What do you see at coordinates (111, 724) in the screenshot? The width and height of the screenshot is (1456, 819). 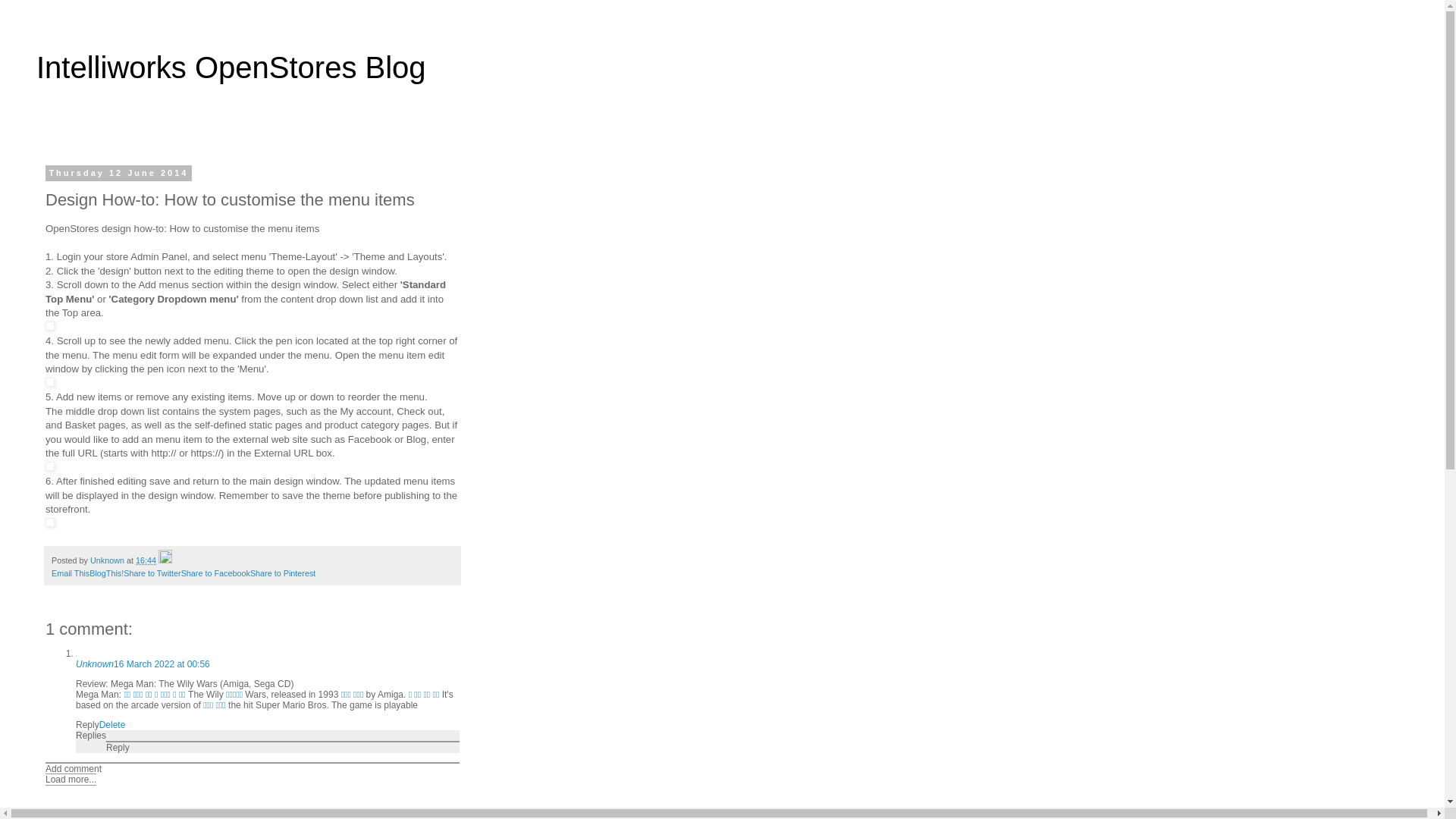 I see `'Delete'` at bounding box center [111, 724].